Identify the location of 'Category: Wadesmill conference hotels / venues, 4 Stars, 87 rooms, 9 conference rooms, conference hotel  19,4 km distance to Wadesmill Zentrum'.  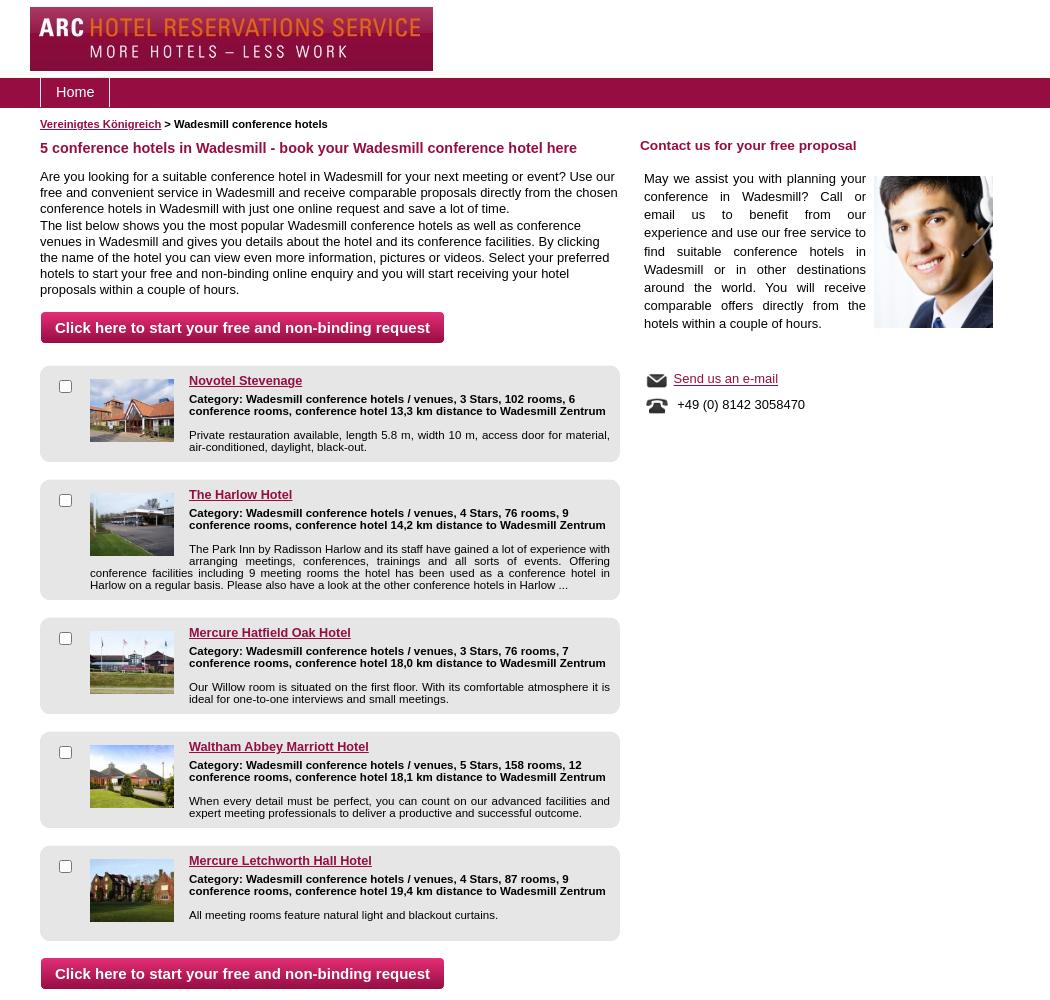
(397, 885).